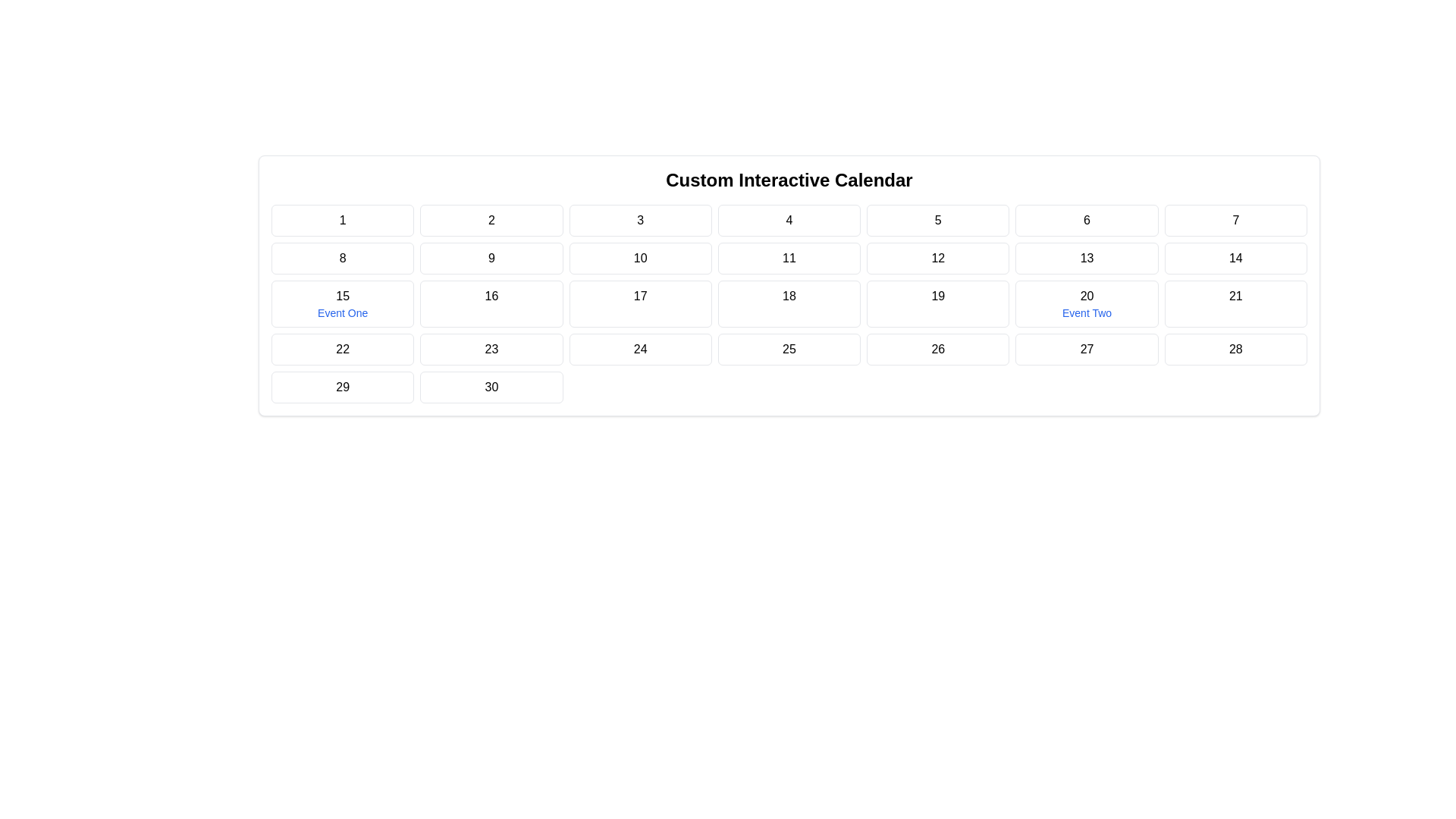 This screenshot has height=819, width=1456. I want to click on the calendar day box displaying the number '24', which is positioned in the grid layout as the seventh item in the fifth row, between '23' and '25', so click(640, 350).